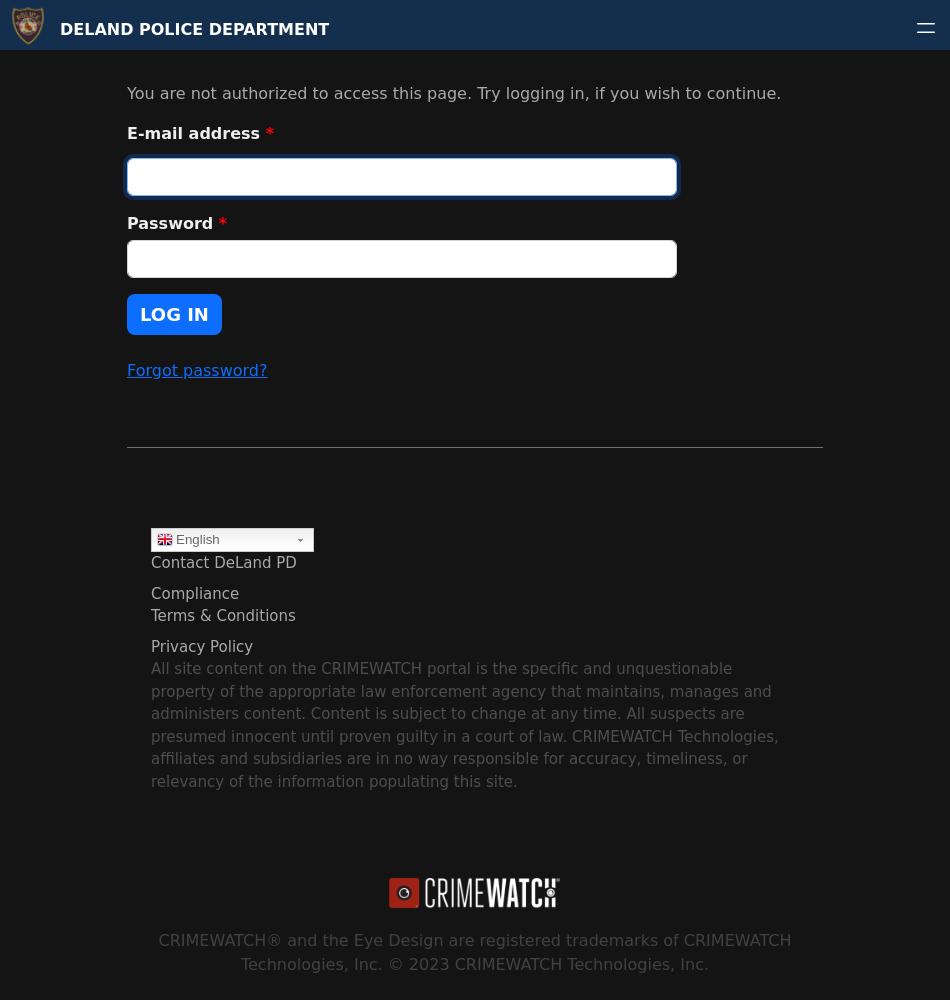 Image resolution: width=950 pixels, height=1000 pixels. What do you see at coordinates (201, 646) in the screenshot?
I see `'Privacy Policy'` at bounding box center [201, 646].